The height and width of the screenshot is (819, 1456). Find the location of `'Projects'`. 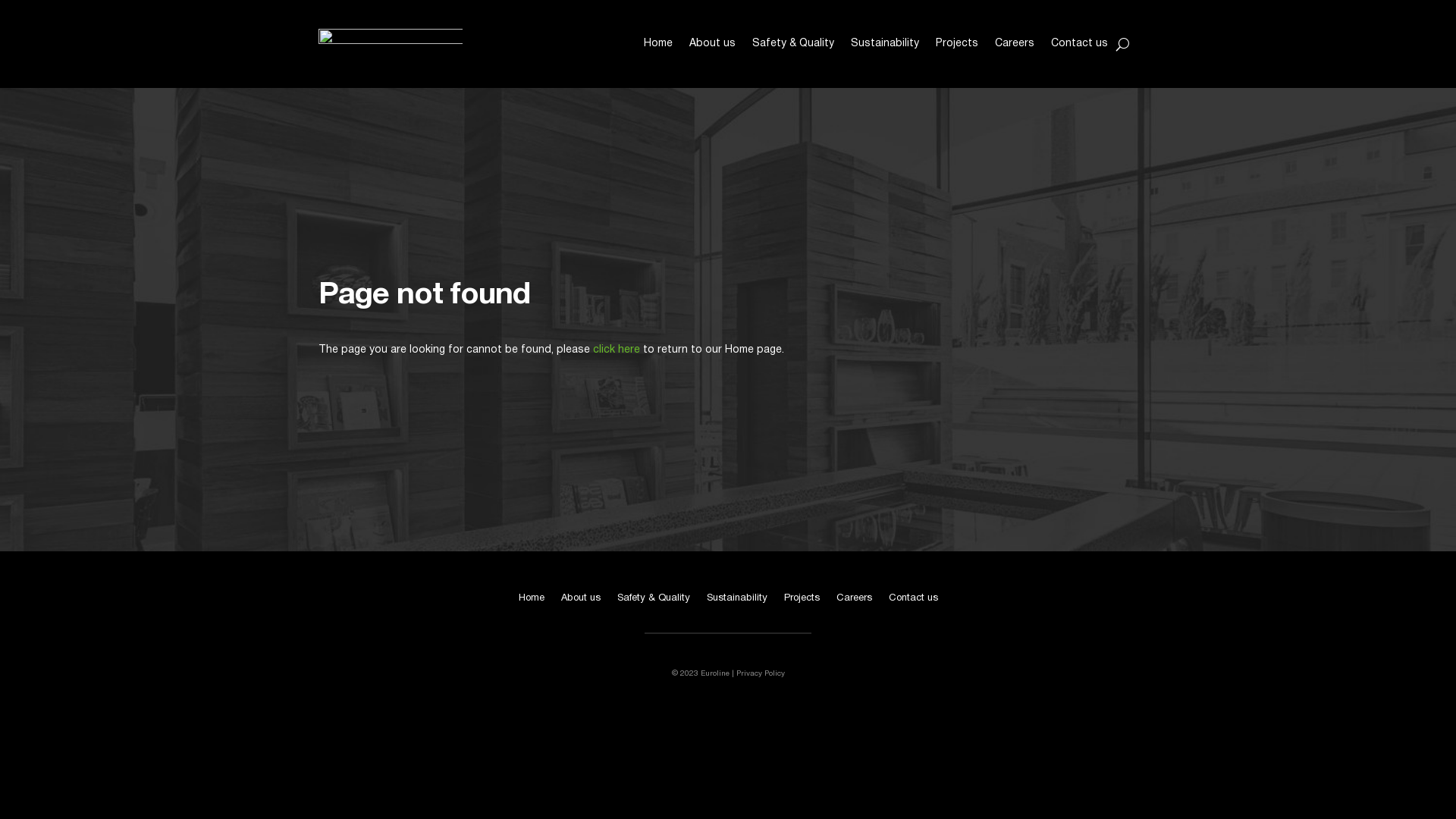

'Projects' is located at coordinates (934, 42).